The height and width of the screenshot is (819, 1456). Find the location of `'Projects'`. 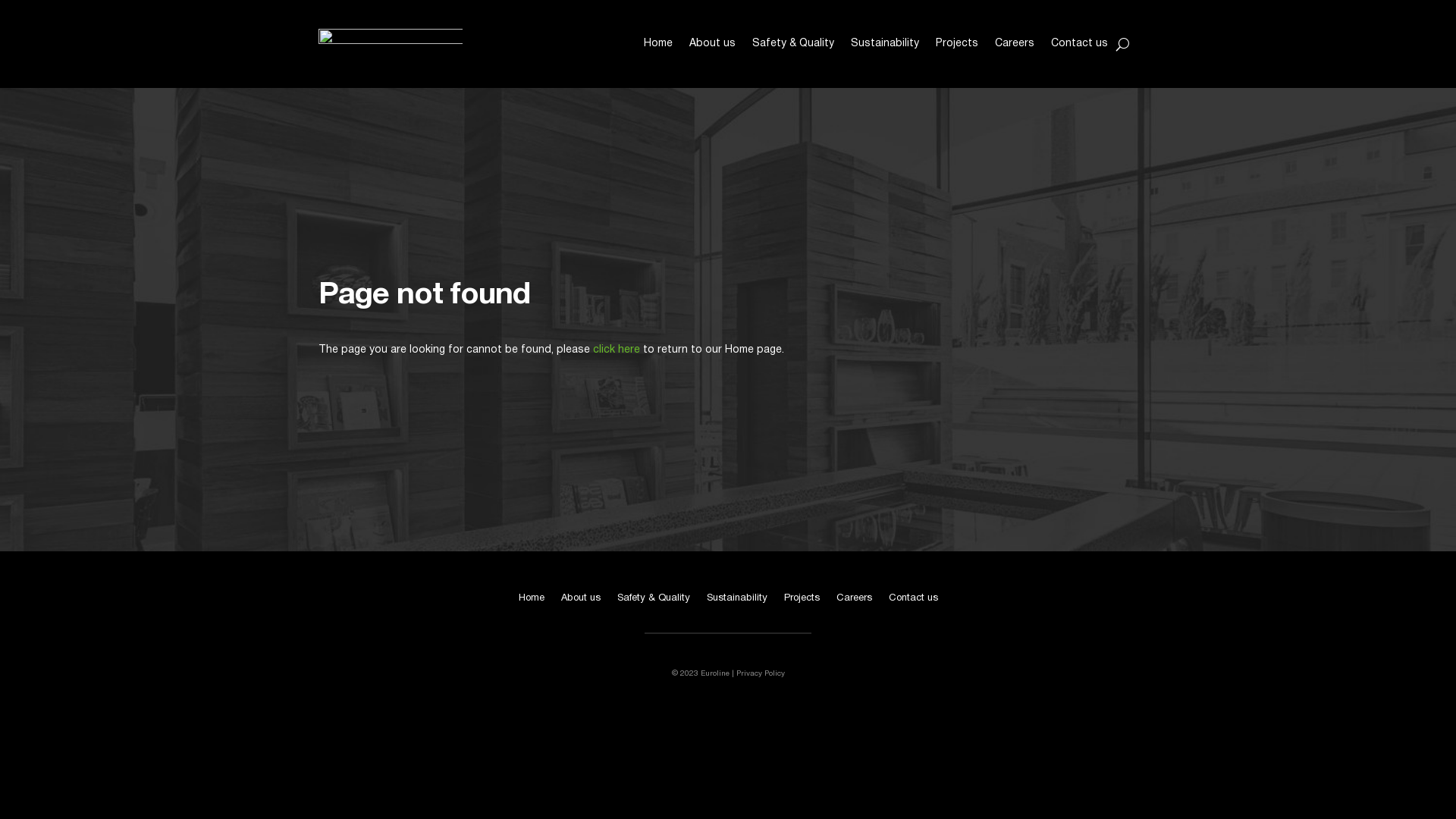

'Projects' is located at coordinates (934, 42).